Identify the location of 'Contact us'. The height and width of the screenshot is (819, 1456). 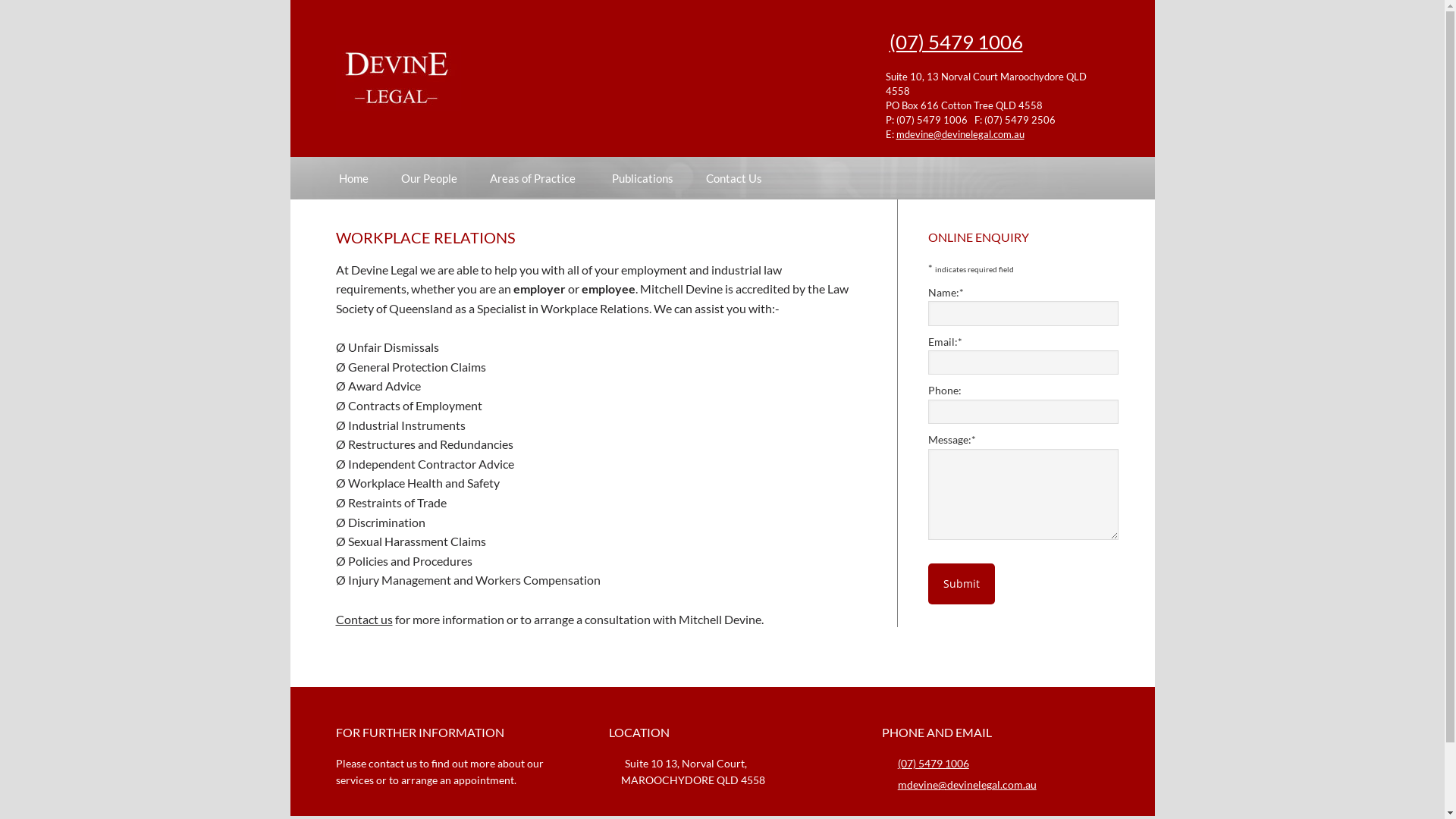
(362, 619).